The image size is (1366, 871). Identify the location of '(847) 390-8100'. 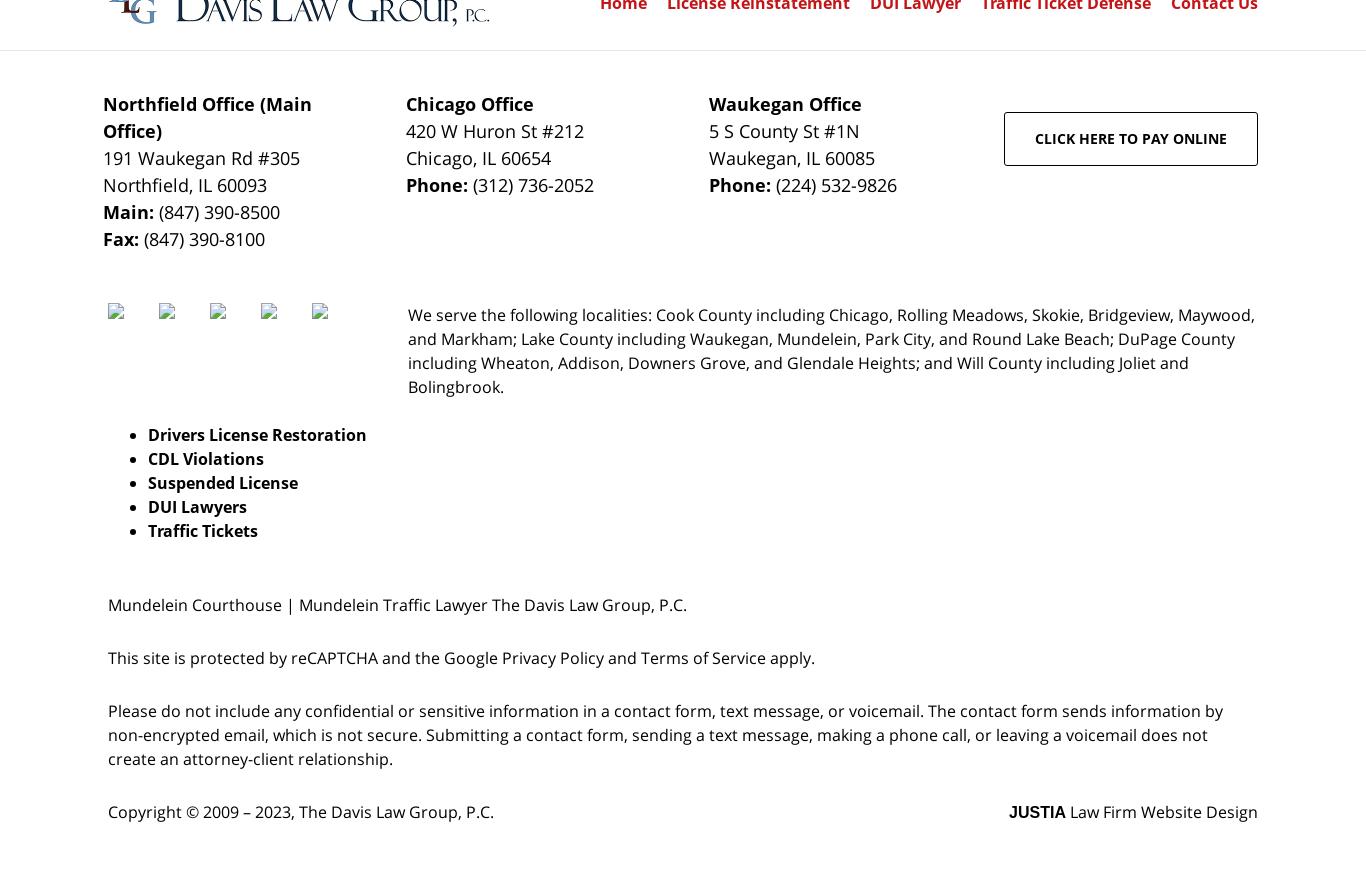
(202, 239).